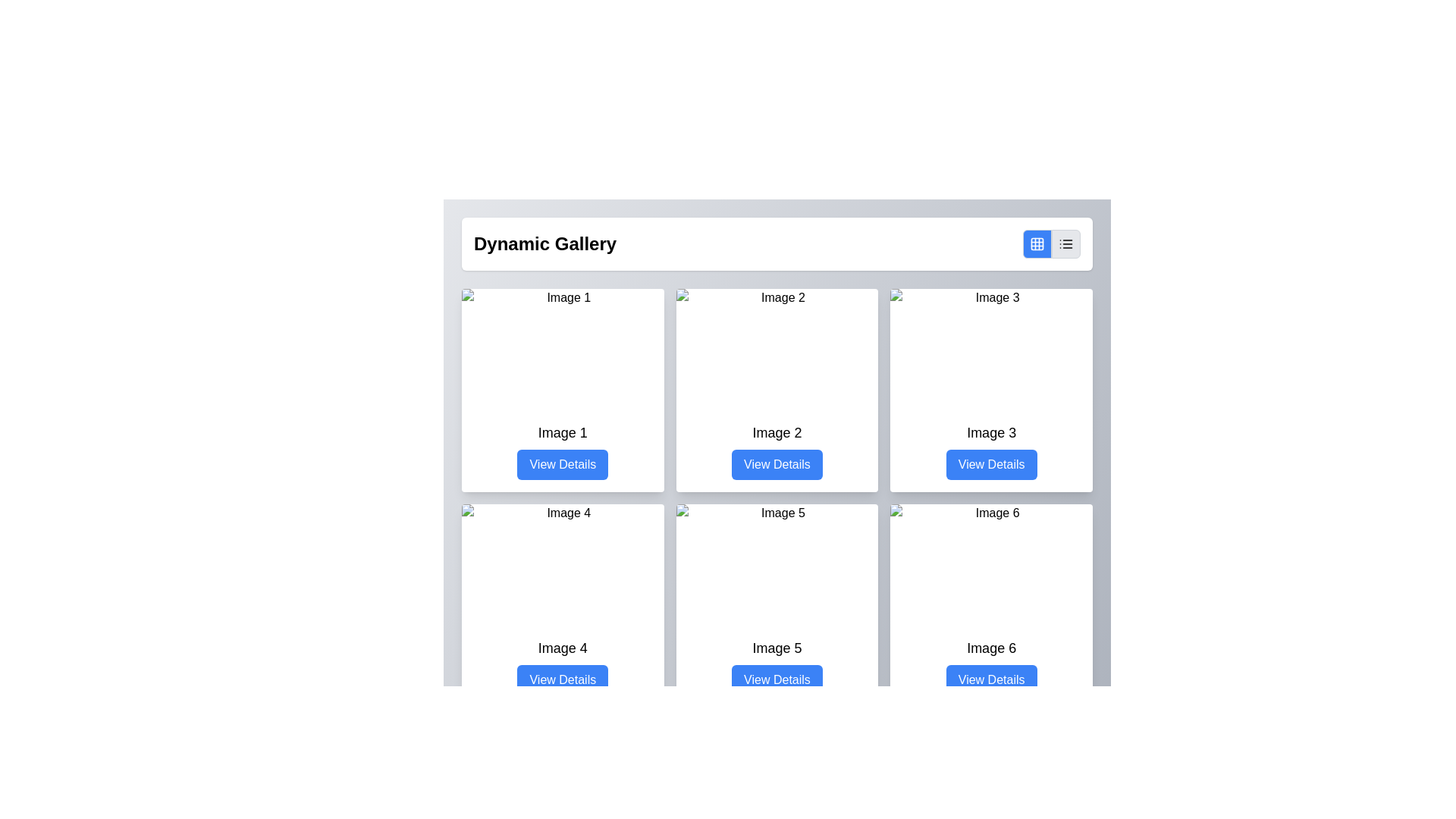 This screenshot has height=819, width=1456. I want to click on the image representing 'Image 3' located in the top section of the card in the first row and third column of the grid layout, so click(991, 350).